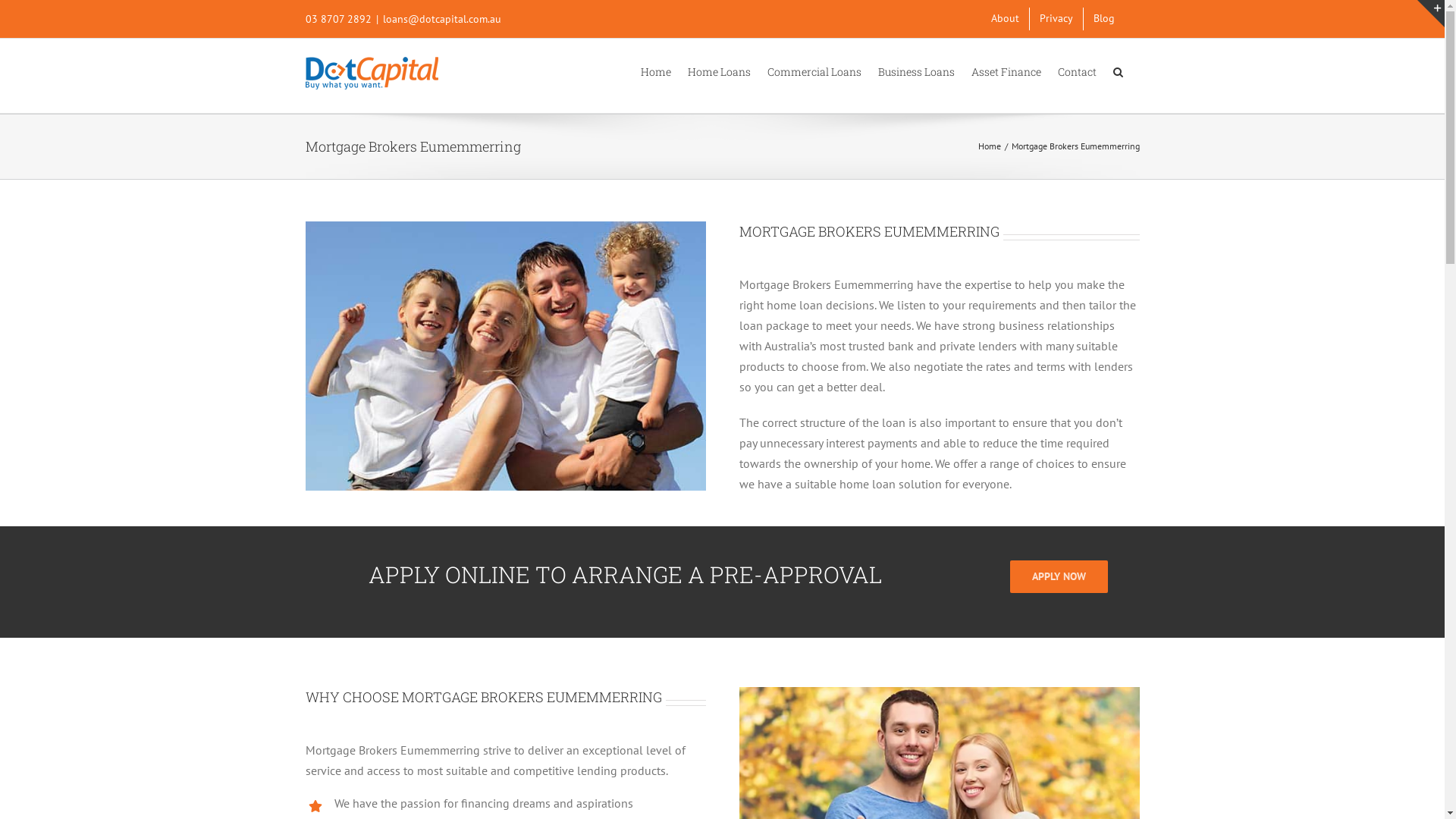 This screenshot has width=1456, height=819. I want to click on 'Home', so click(655, 70).